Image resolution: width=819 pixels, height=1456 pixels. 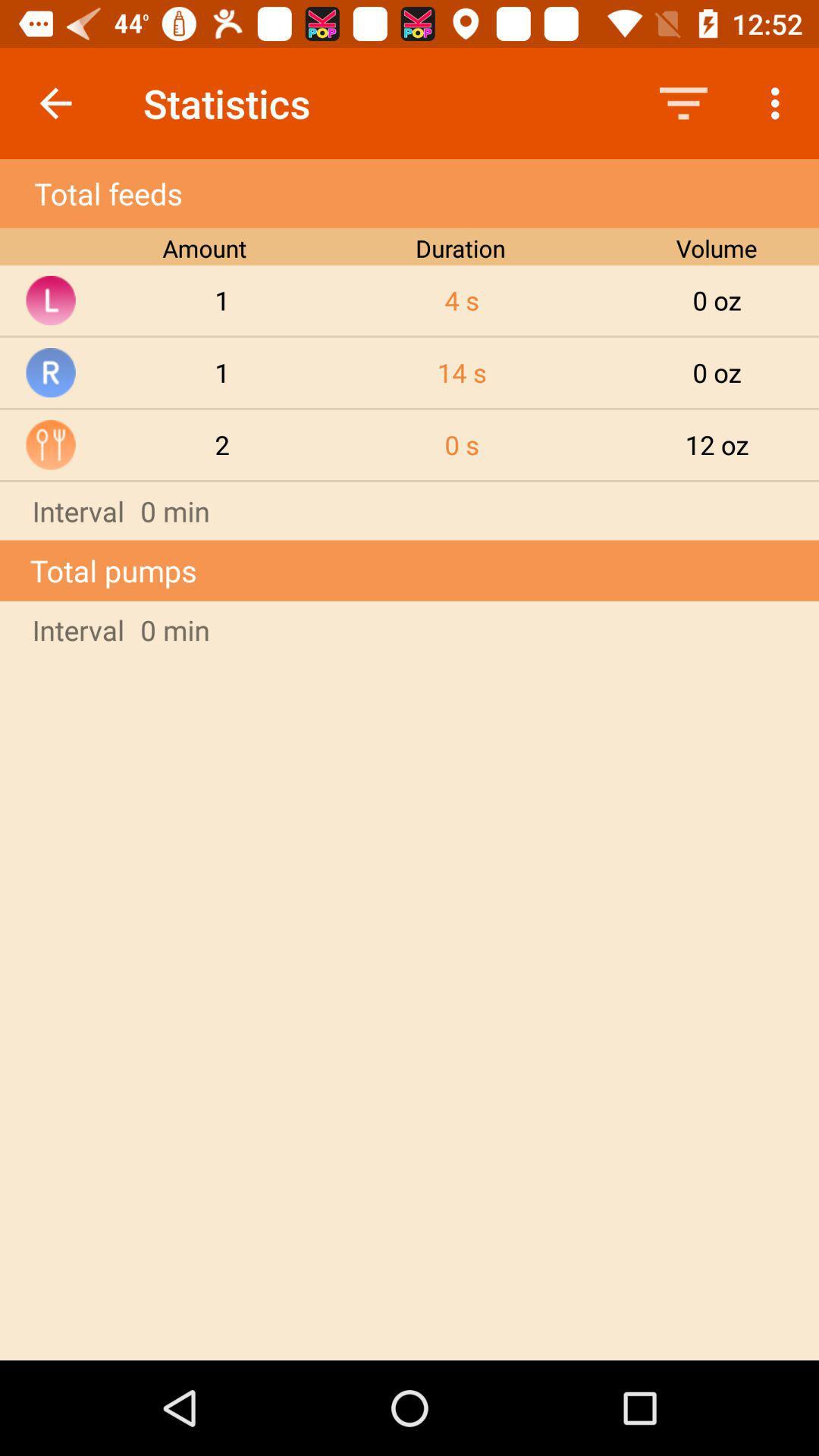 What do you see at coordinates (683, 102) in the screenshot?
I see `icon above volume icon` at bounding box center [683, 102].